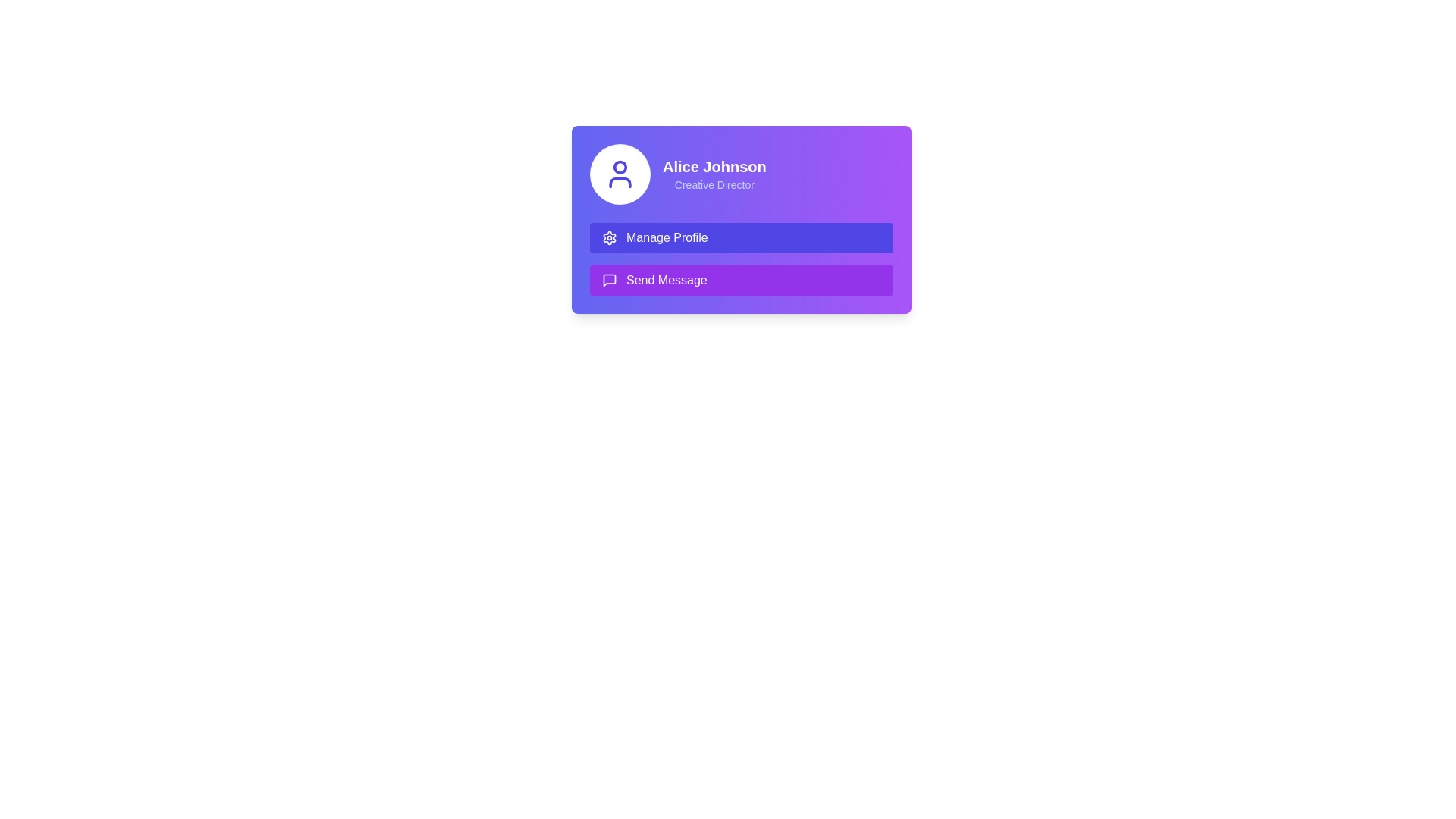  Describe the element at coordinates (620, 174) in the screenshot. I see `the user icon located at the top-left corner of the card` at that location.